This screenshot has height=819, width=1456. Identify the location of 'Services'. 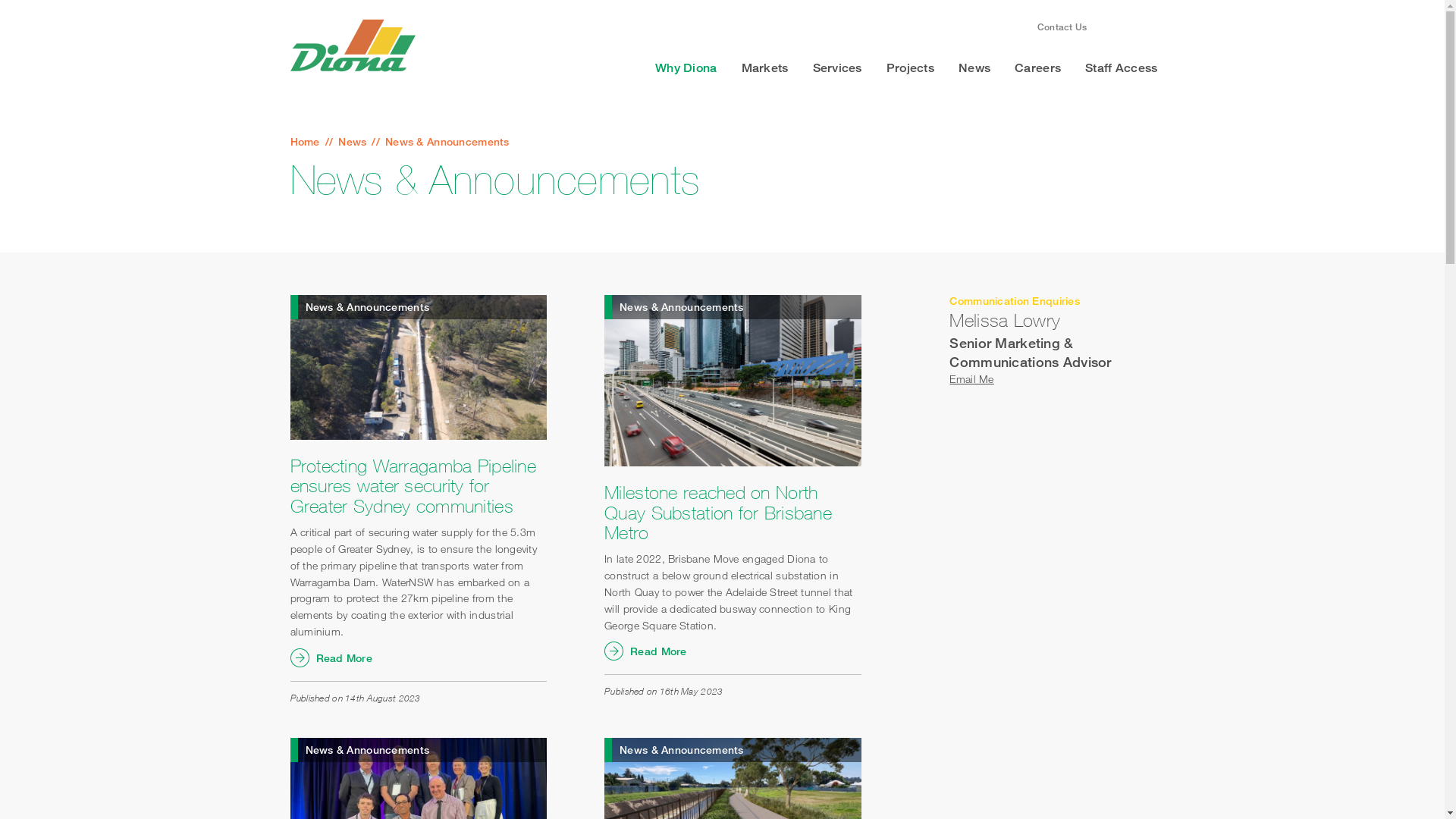
(836, 67).